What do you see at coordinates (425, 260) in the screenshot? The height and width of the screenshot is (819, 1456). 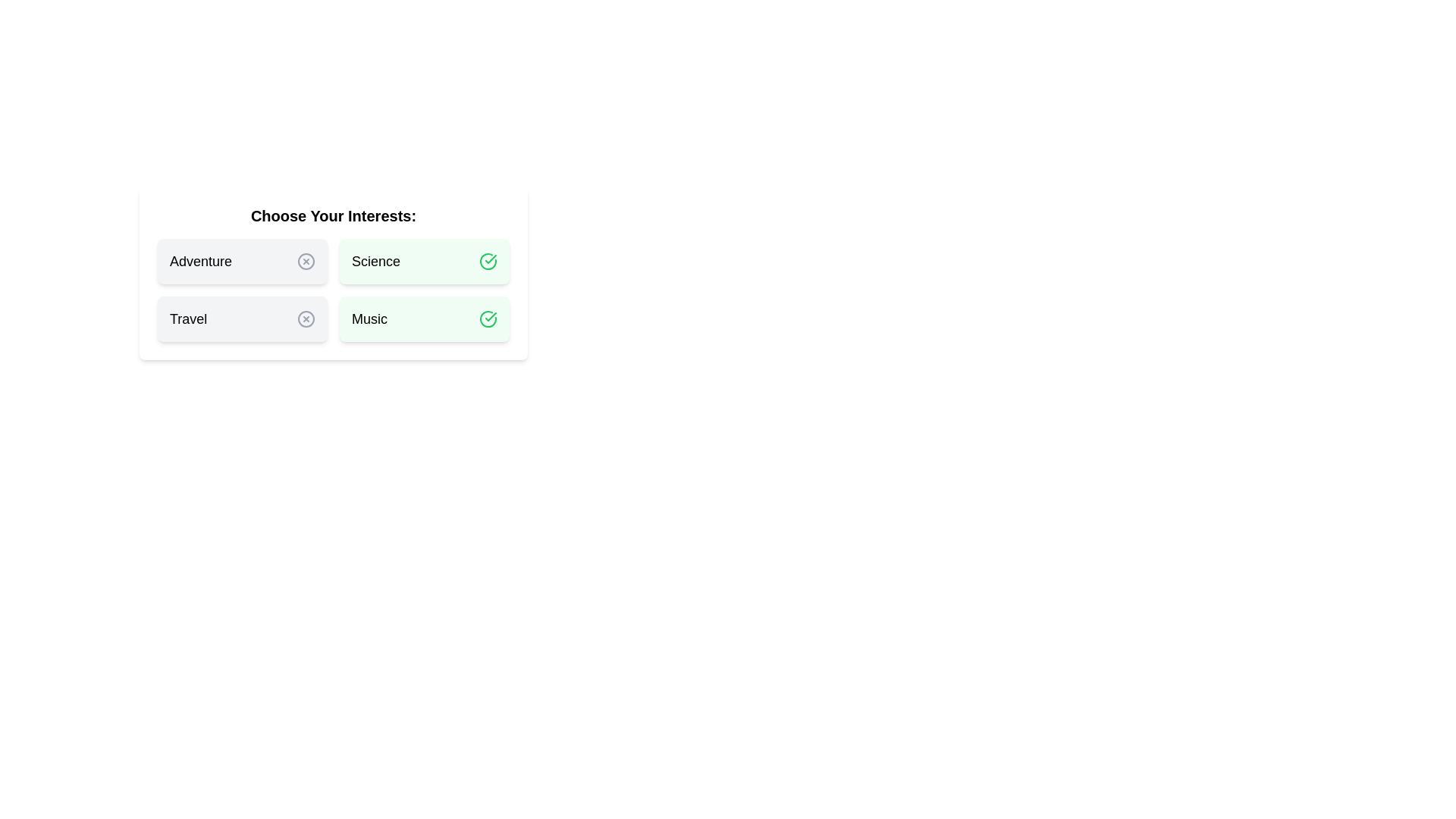 I see `the chip labeled Science to observe hover effects` at bounding box center [425, 260].